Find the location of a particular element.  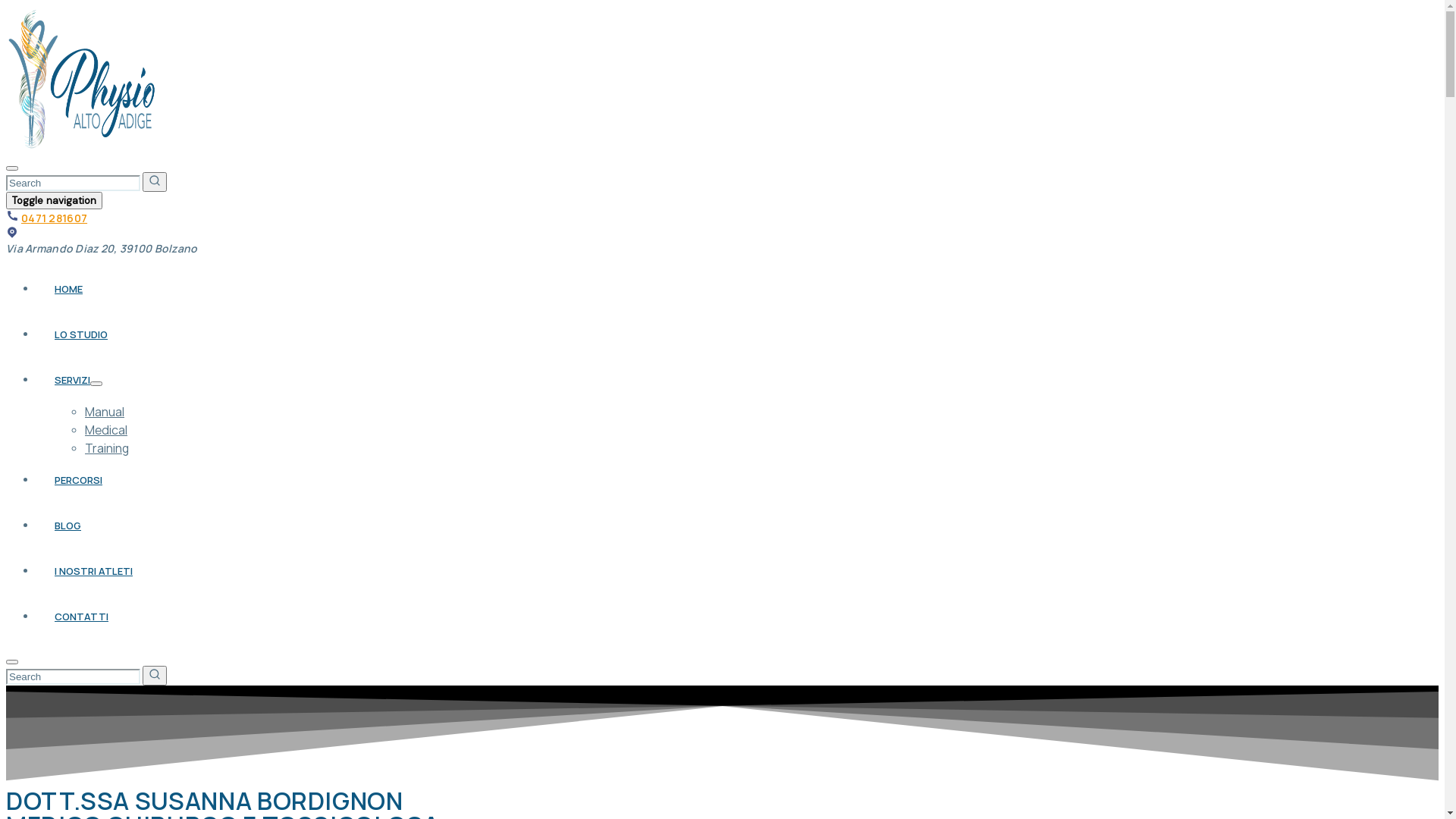

'Open Search' is located at coordinates (6, 168).